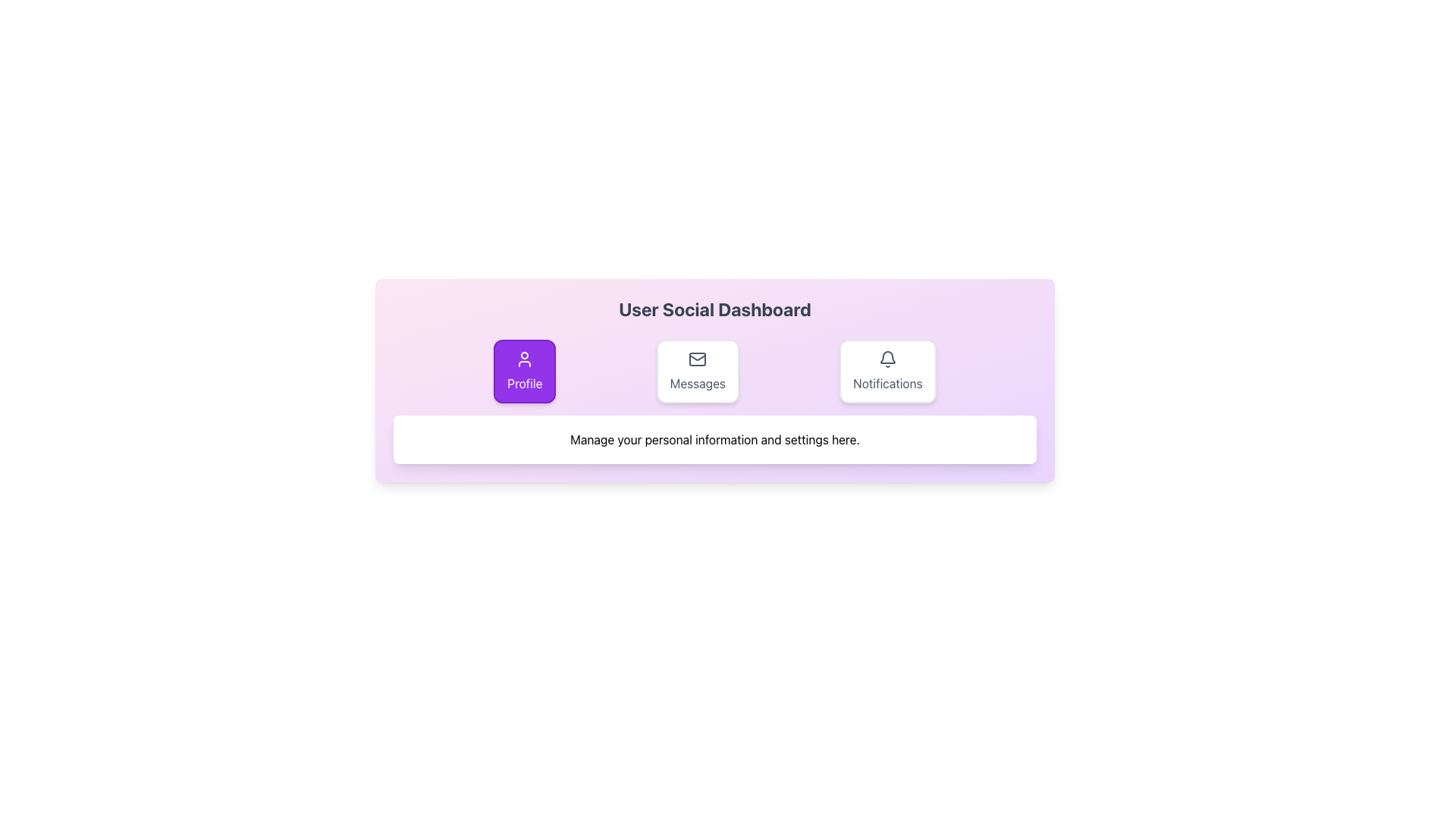 This screenshot has height=819, width=1456. What do you see at coordinates (697, 359) in the screenshot?
I see `the graphical component that indicates the envelope's body within the mail icon, located at the center of the mail icon in a row of three icons` at bounding box center [697, 359].